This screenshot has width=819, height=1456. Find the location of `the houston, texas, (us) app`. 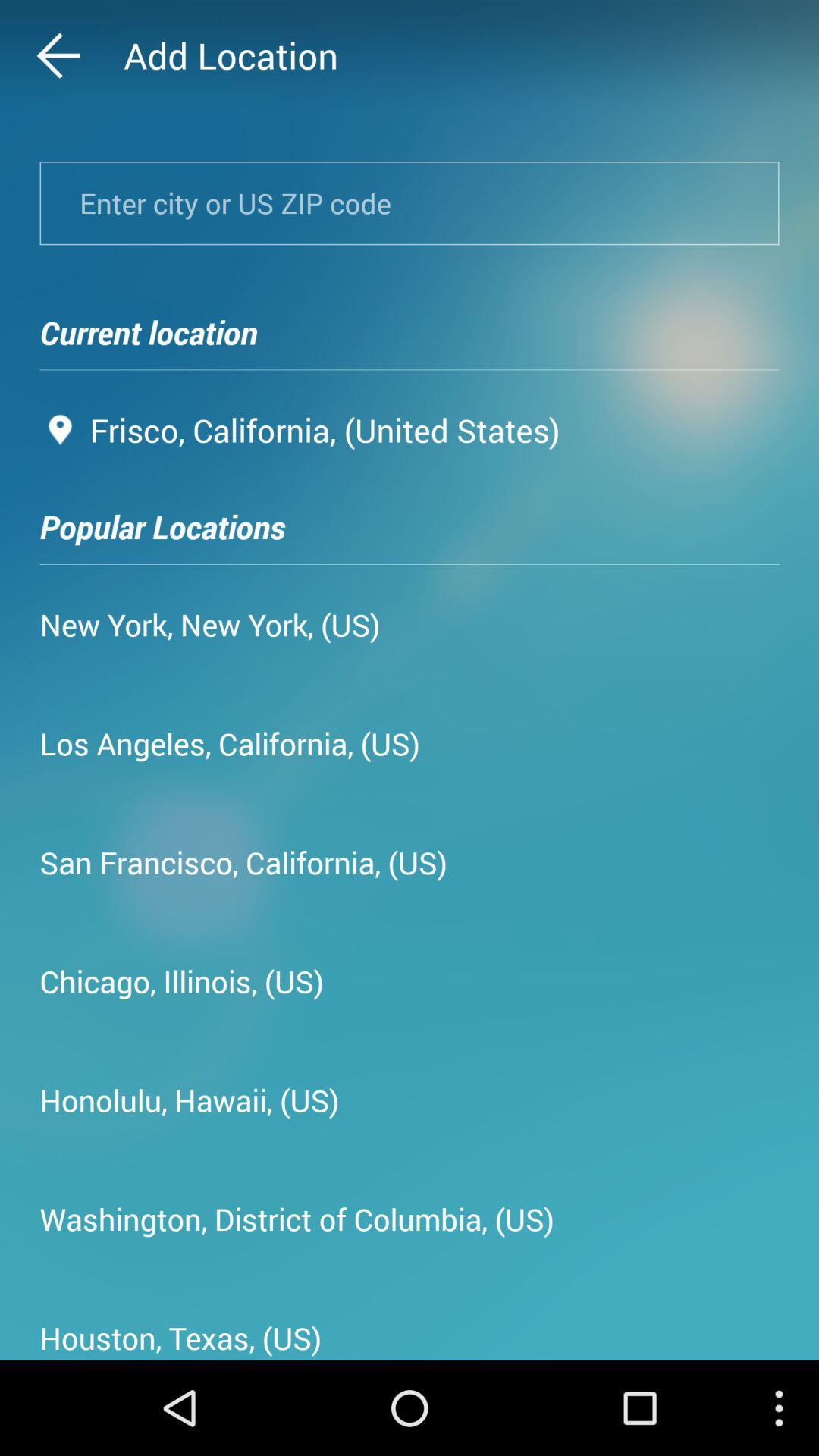

the houston, texas, (us) app is located at coordinates (180, 1332).